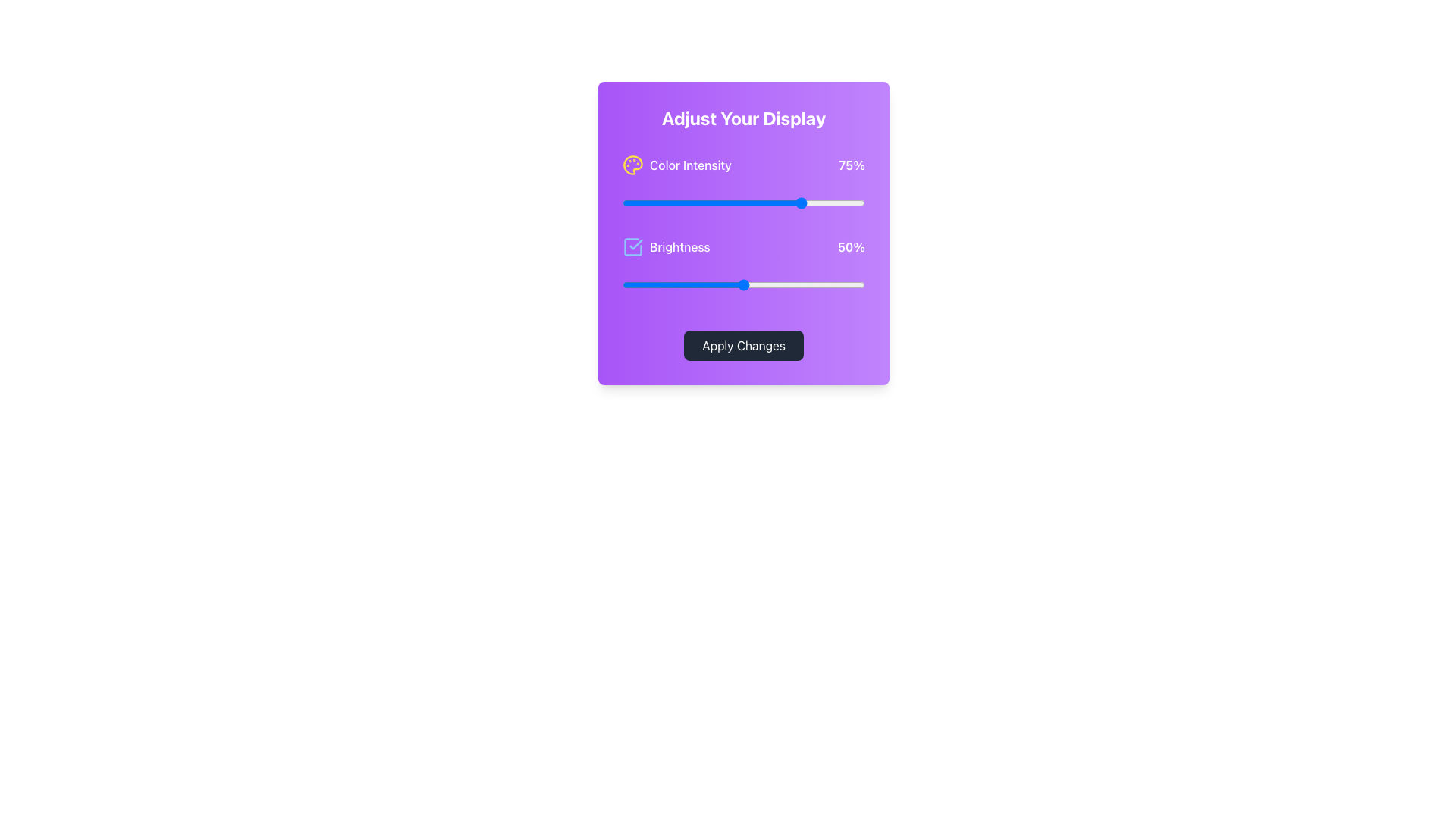  Describe the element at coordinates (767, 284) in the screenshot. I see `the Brightness slider` at that location.